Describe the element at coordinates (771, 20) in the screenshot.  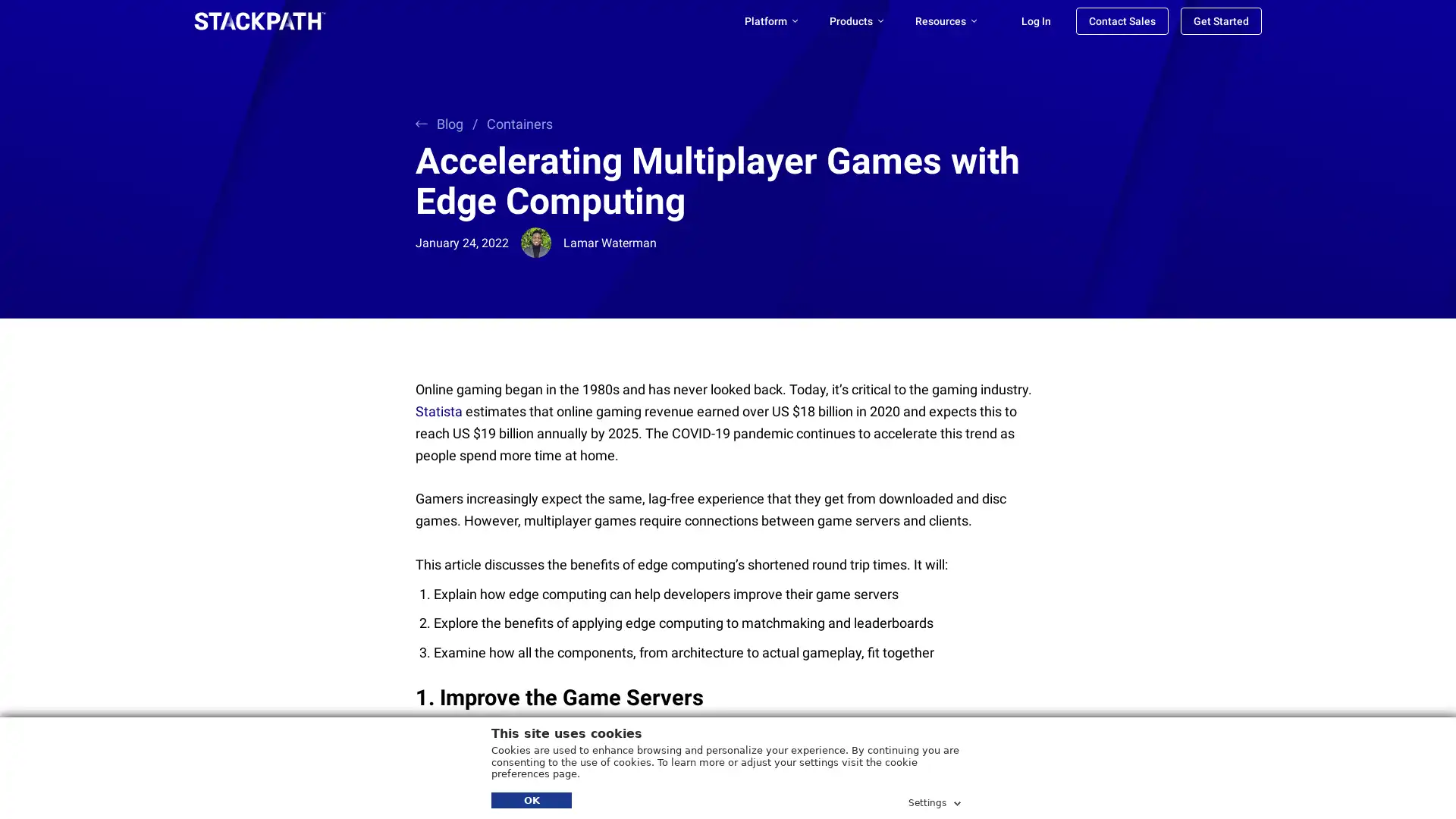
I see `Platform` at that location.